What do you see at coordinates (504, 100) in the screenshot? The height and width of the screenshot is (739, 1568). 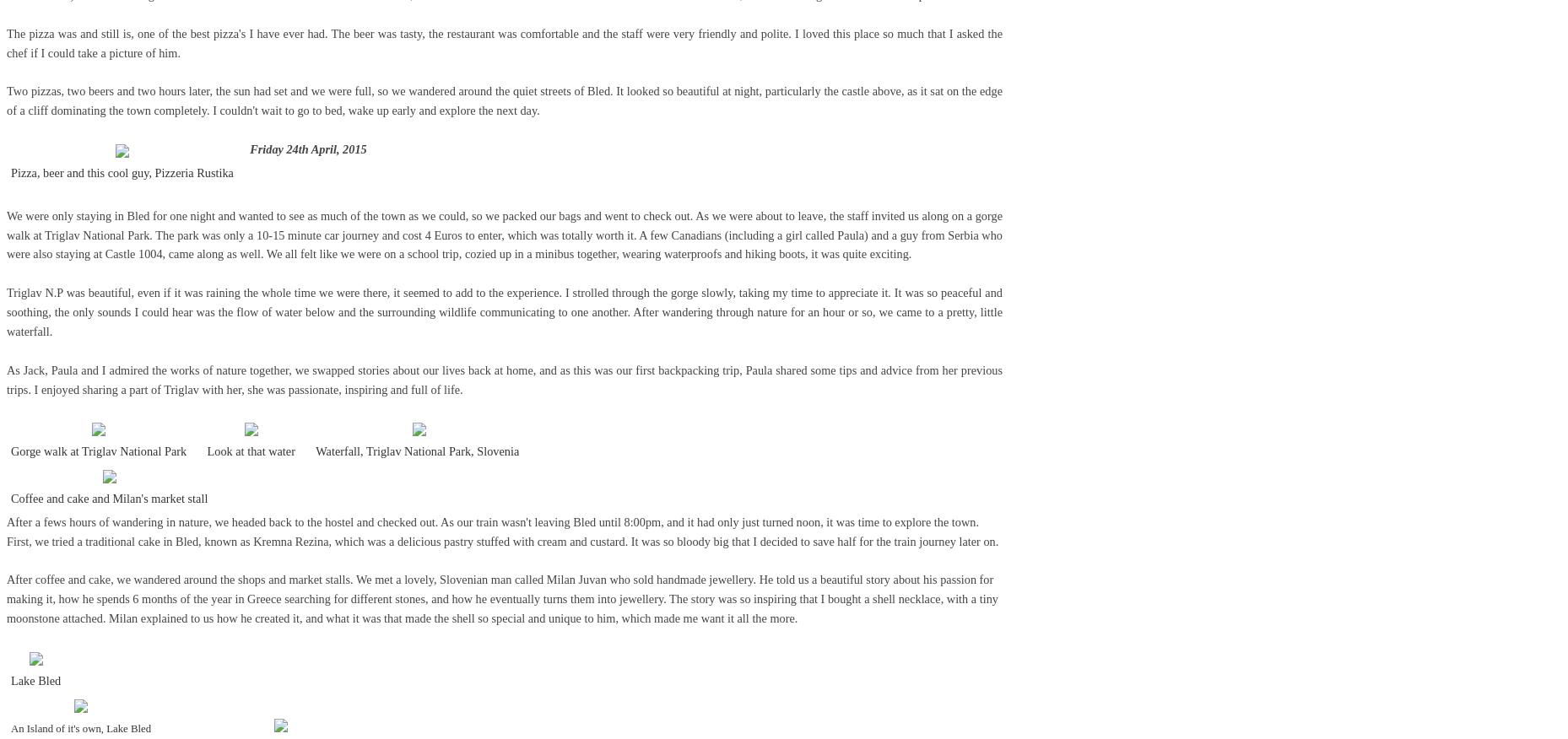 I see `'Two pizzas, two beers and two hours later, the sun had set and we were full, so we wandered around the quiet streets of Bled. It looked so beautiful at night, particularly the castle above, as it sat on the edge of a cliff dominating the town completely. I couldn't wait to go to bed, wake up early and explore the next day.'` at bounding box center [504, 100].